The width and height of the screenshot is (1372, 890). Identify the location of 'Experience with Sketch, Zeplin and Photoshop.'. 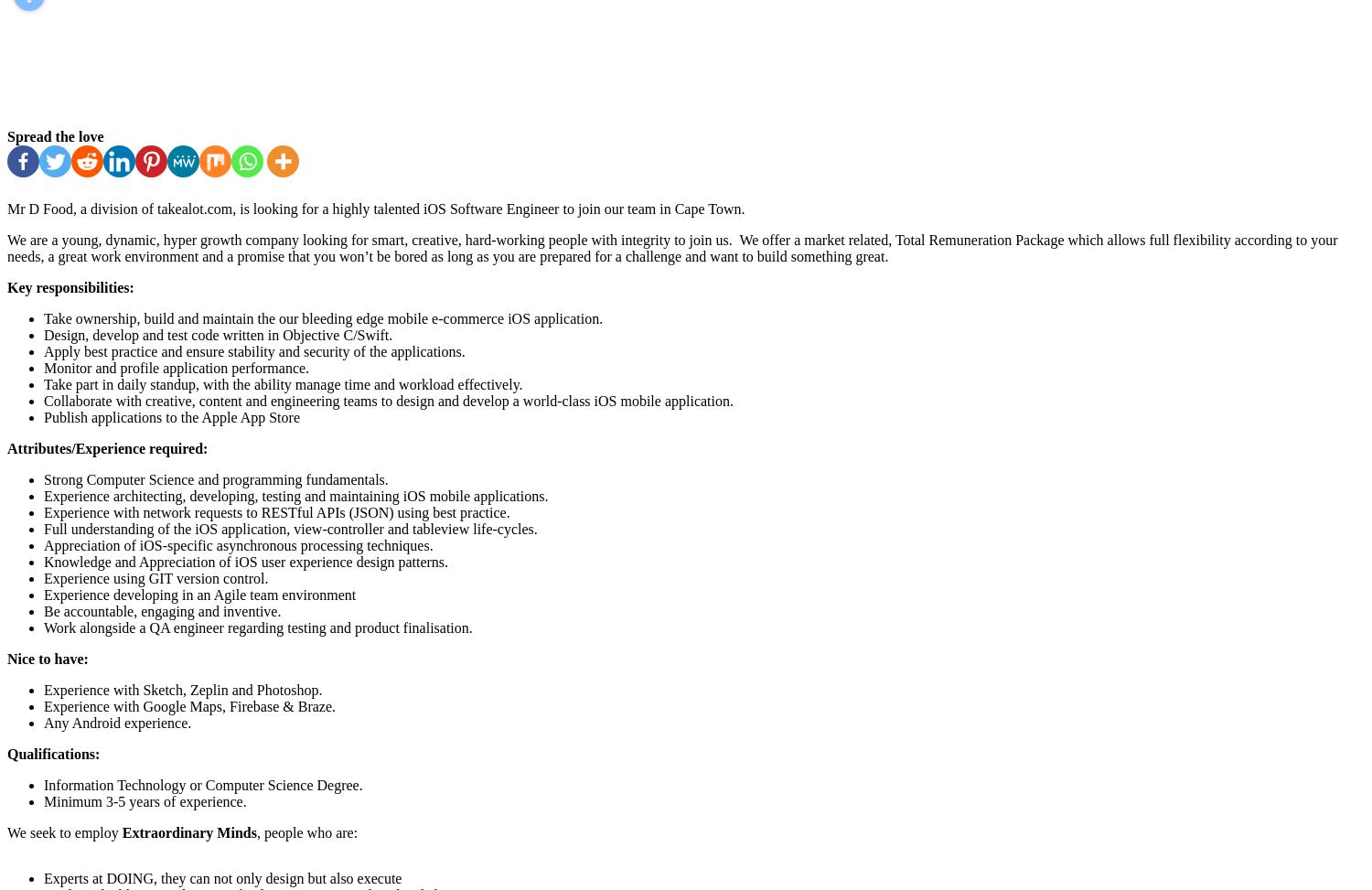
(181, 690).